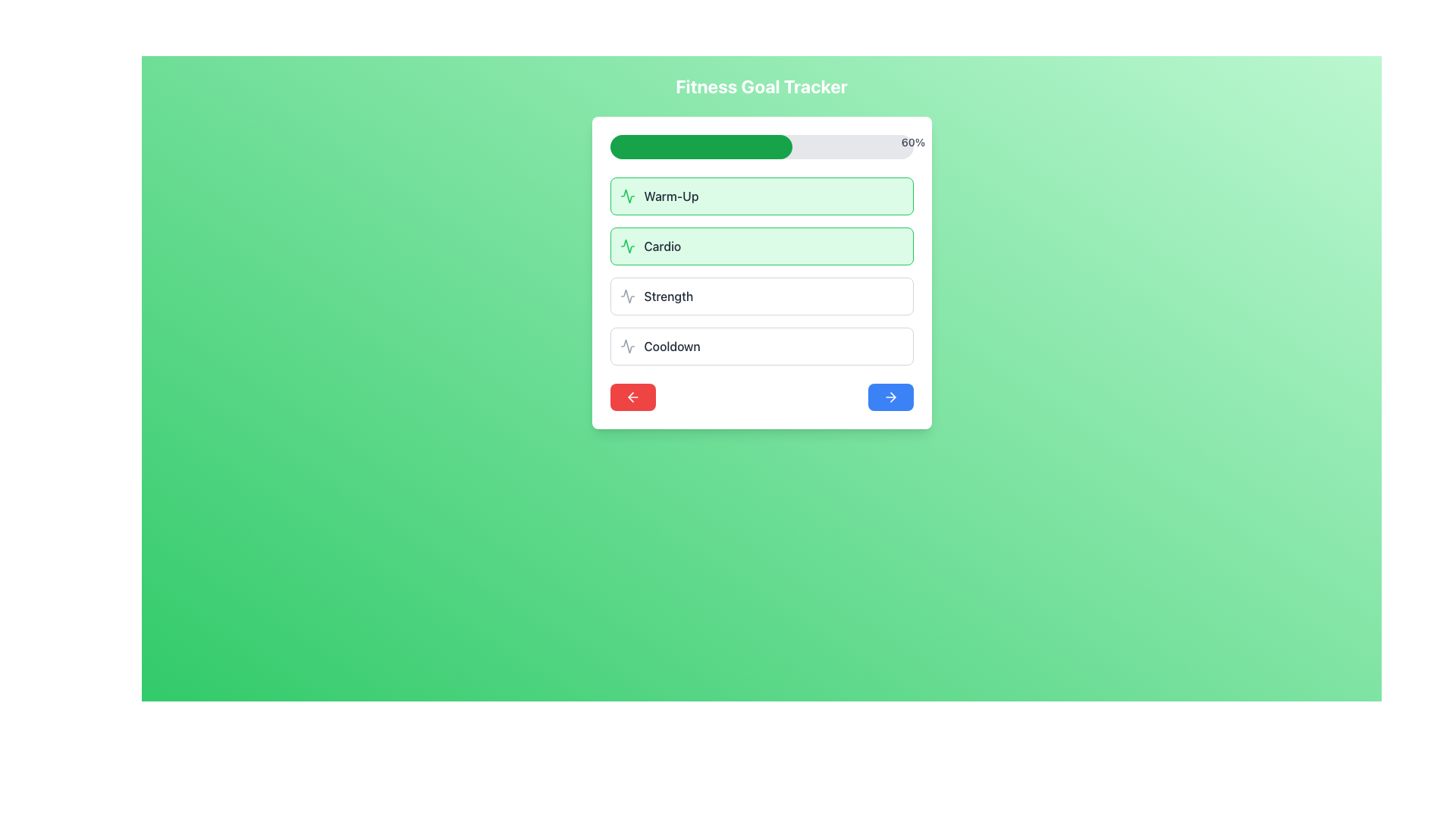  Describe the element at coordinates (700, 146) in the screenshot. I see `the Progress Indicator that visually represents the progress of a task, located near the top of the central interface panel` at that location.